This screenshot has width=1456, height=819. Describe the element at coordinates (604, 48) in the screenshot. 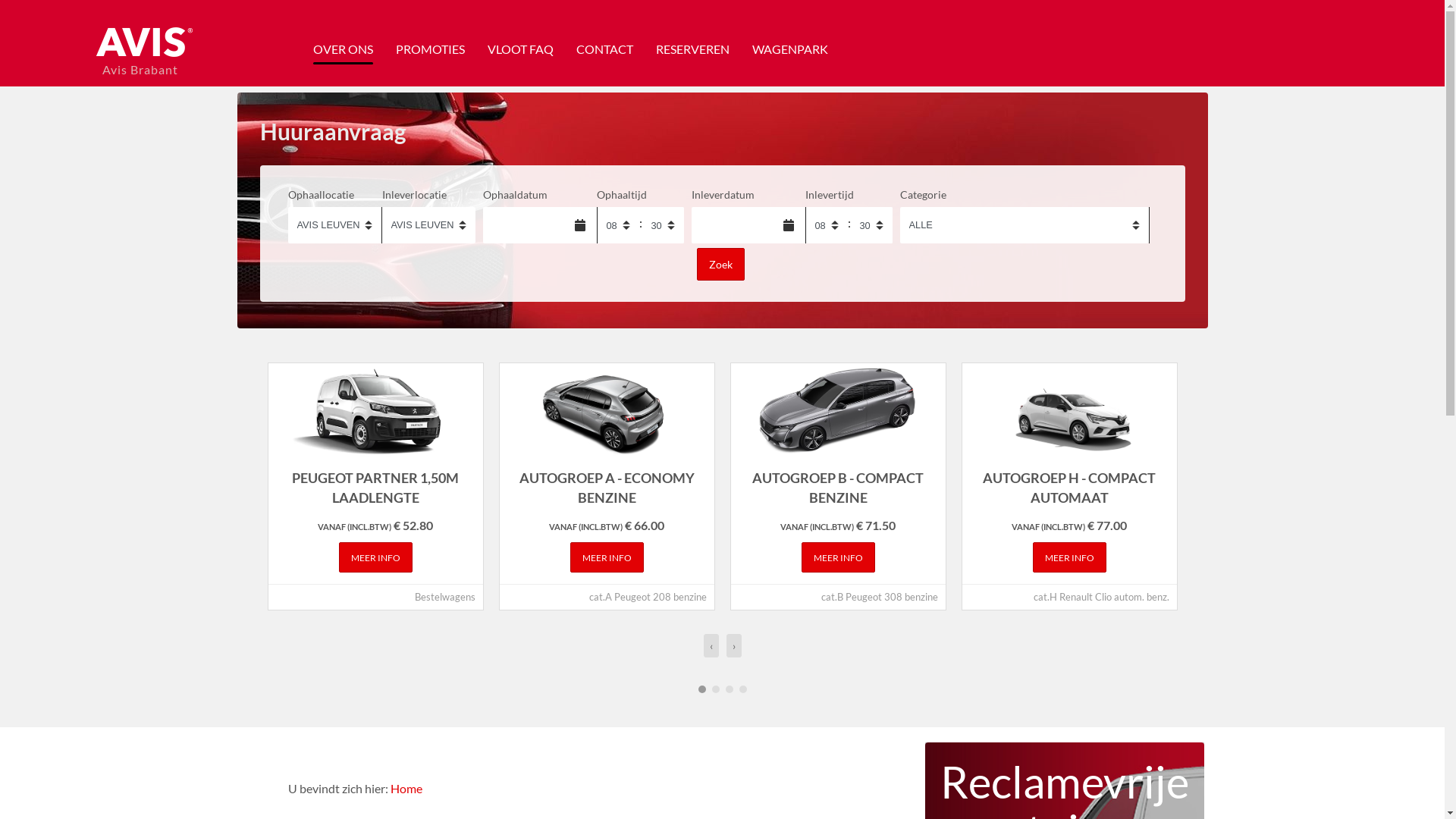

I see `'CONTACT'` at that location.